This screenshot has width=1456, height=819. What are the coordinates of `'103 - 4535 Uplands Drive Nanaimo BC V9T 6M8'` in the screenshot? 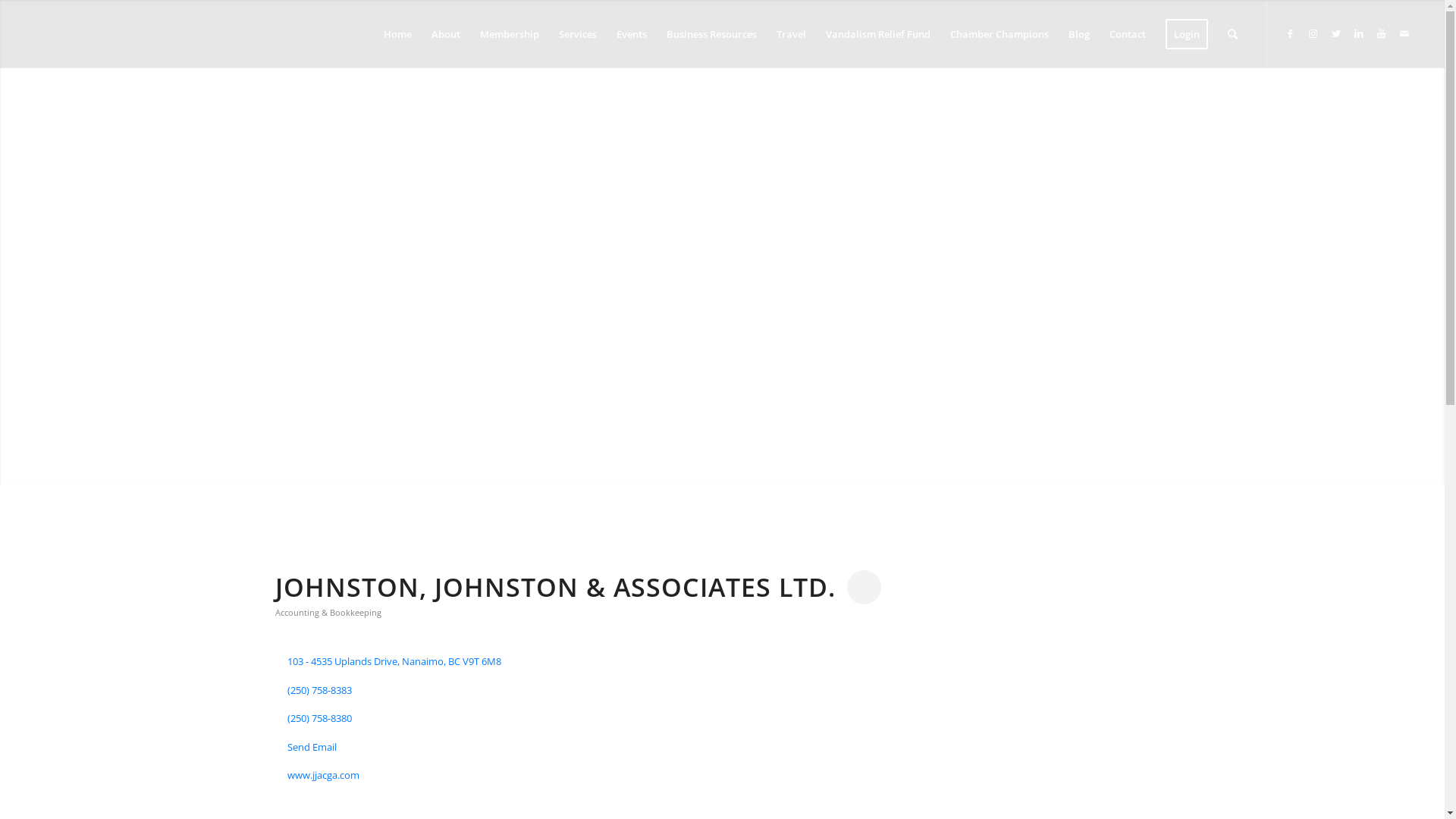 It's located at (394, 661).